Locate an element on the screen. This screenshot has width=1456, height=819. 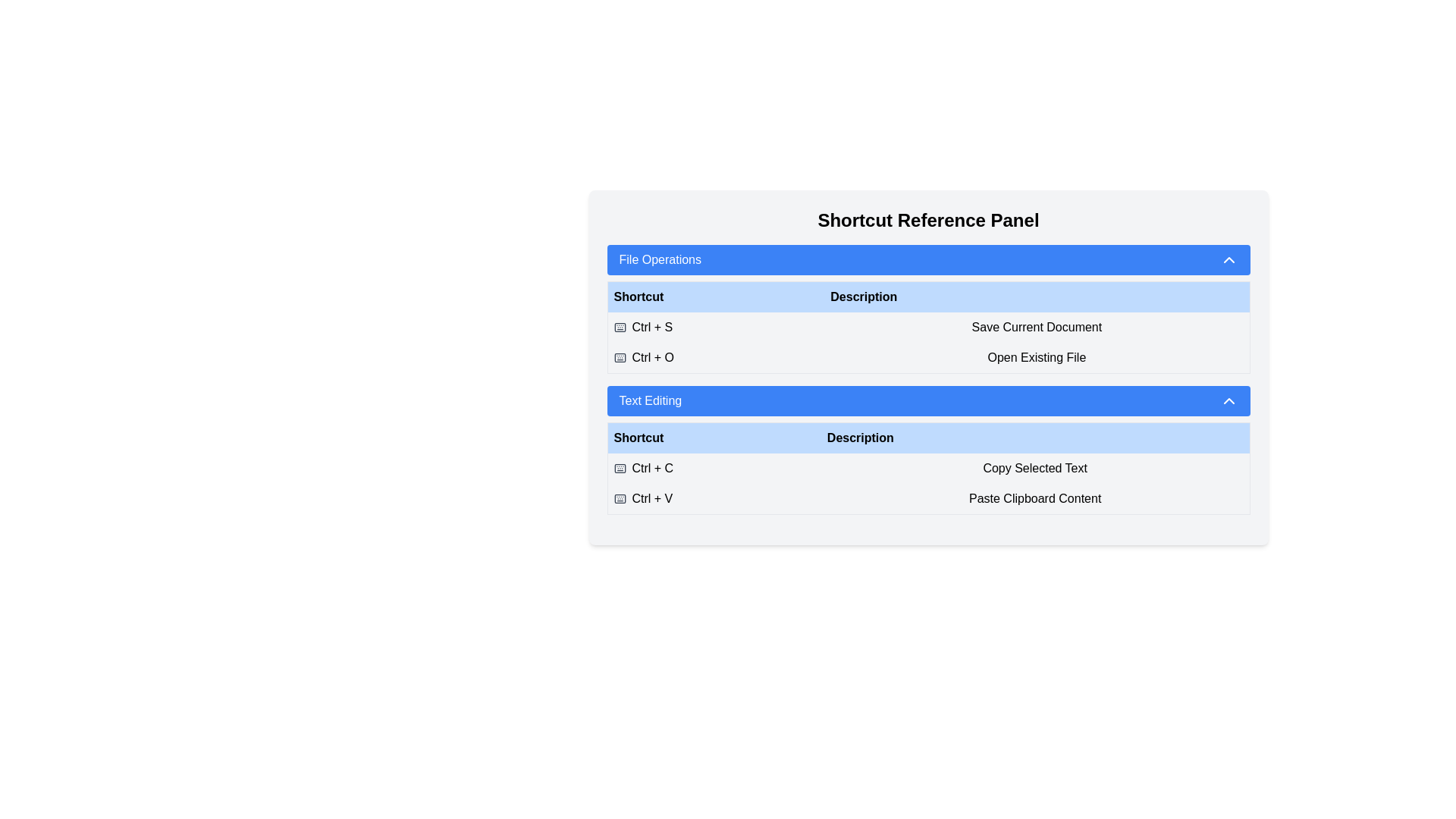
the keyboard icon located in the second row of the 'Shortcut' column in the 'File Operations' section, adjacent to the text 'Ctrl + O' is located at coordinates (620, 357).